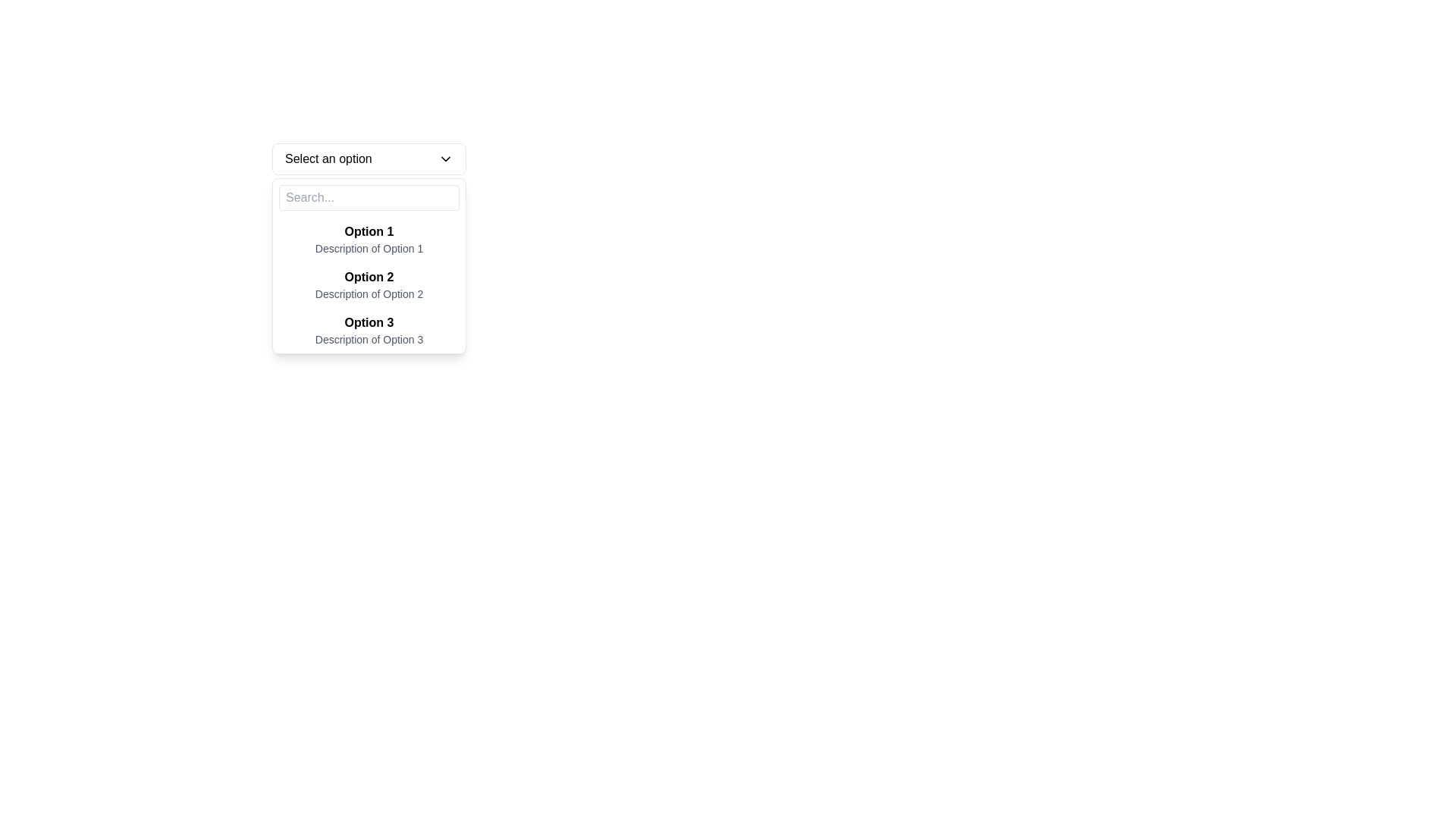 The width and height of the screenshot is (1456, 819). Describe the element at coordinates (369, 278) in the screenshot. I see `the bold text 'Option 2' within the dropdown menu` at that location.